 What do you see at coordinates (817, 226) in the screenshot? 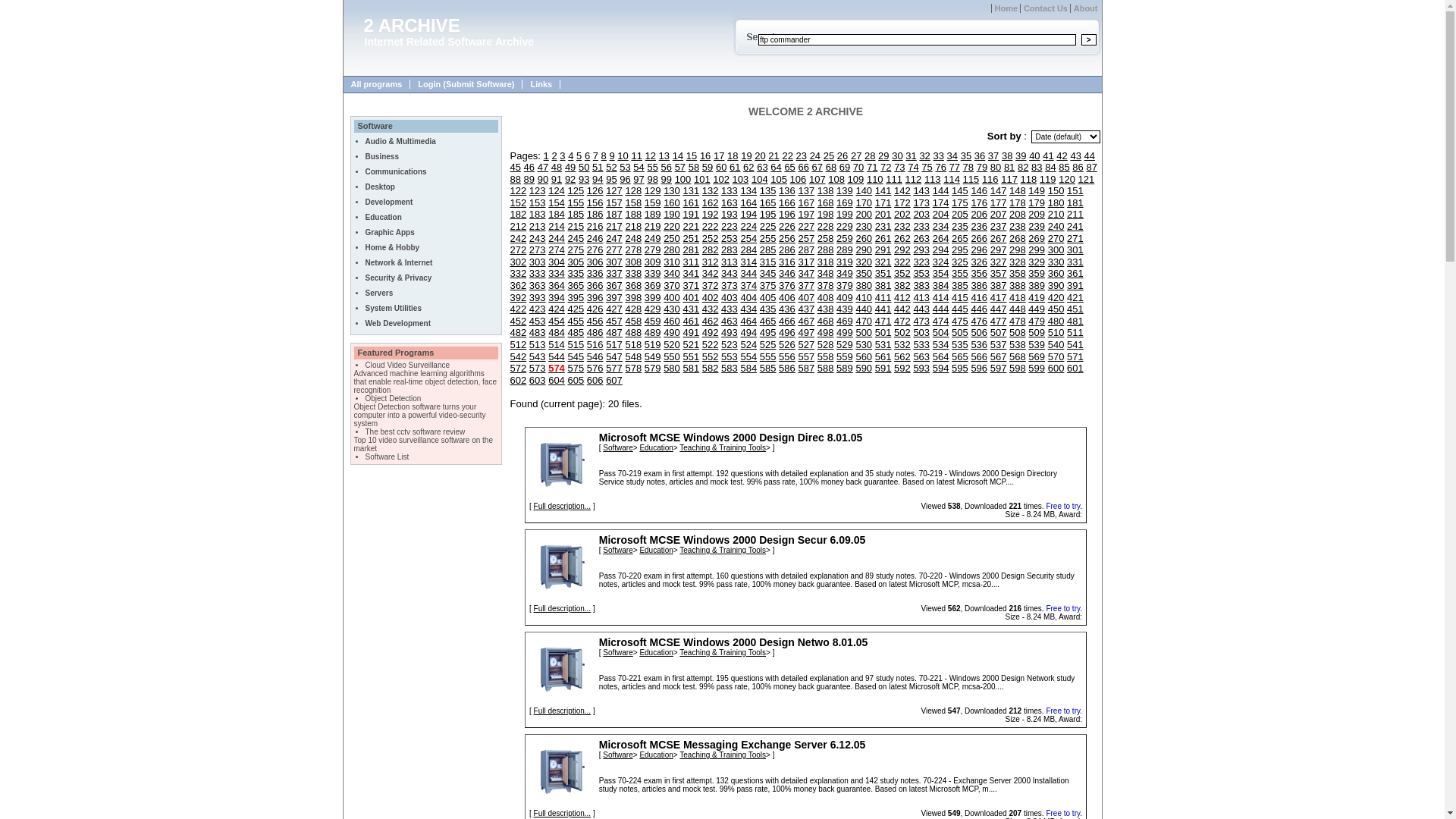
I see `'228'` at bounding box center [817, 226].